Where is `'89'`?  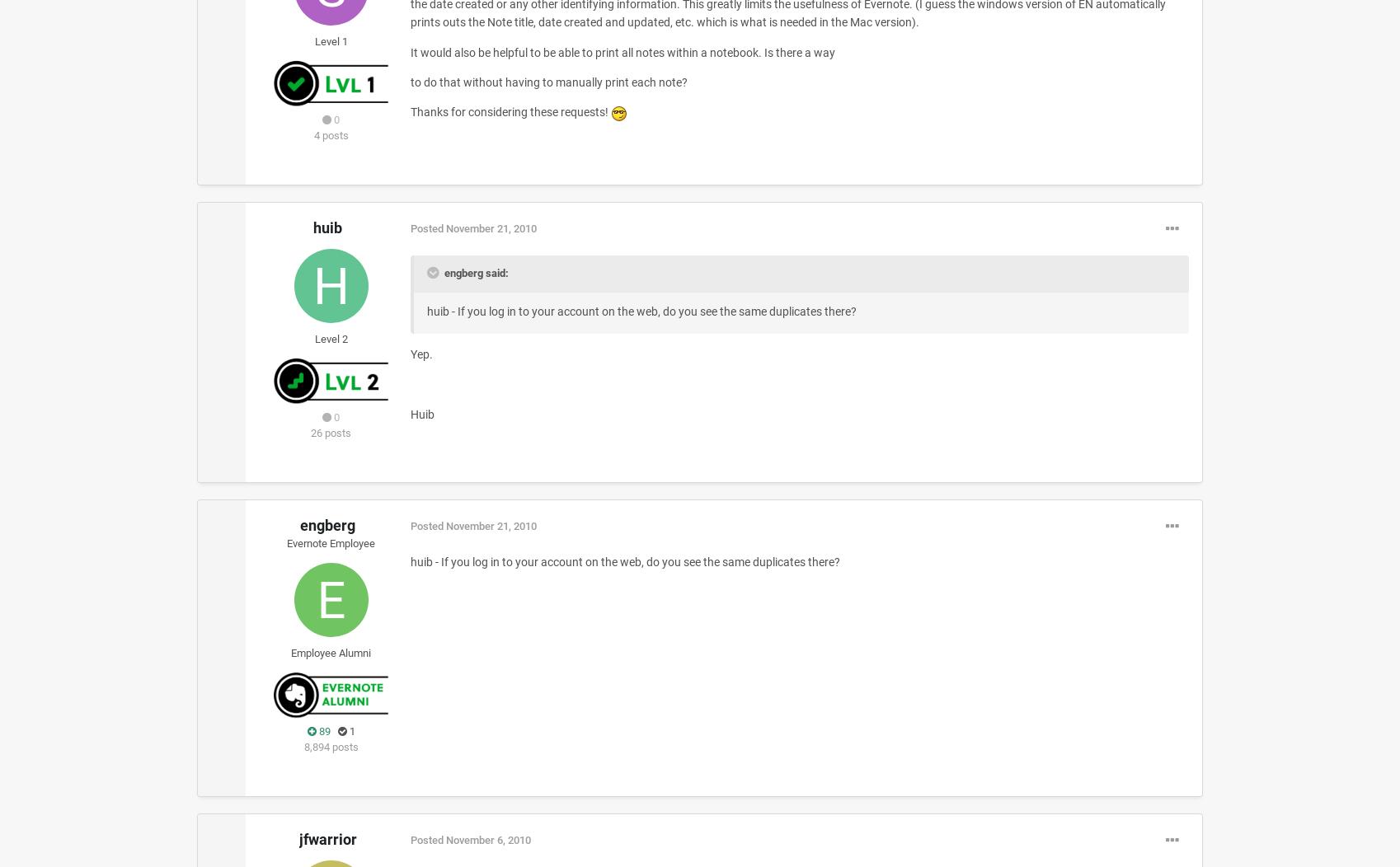 '89' is located at coordinates (322, 730).